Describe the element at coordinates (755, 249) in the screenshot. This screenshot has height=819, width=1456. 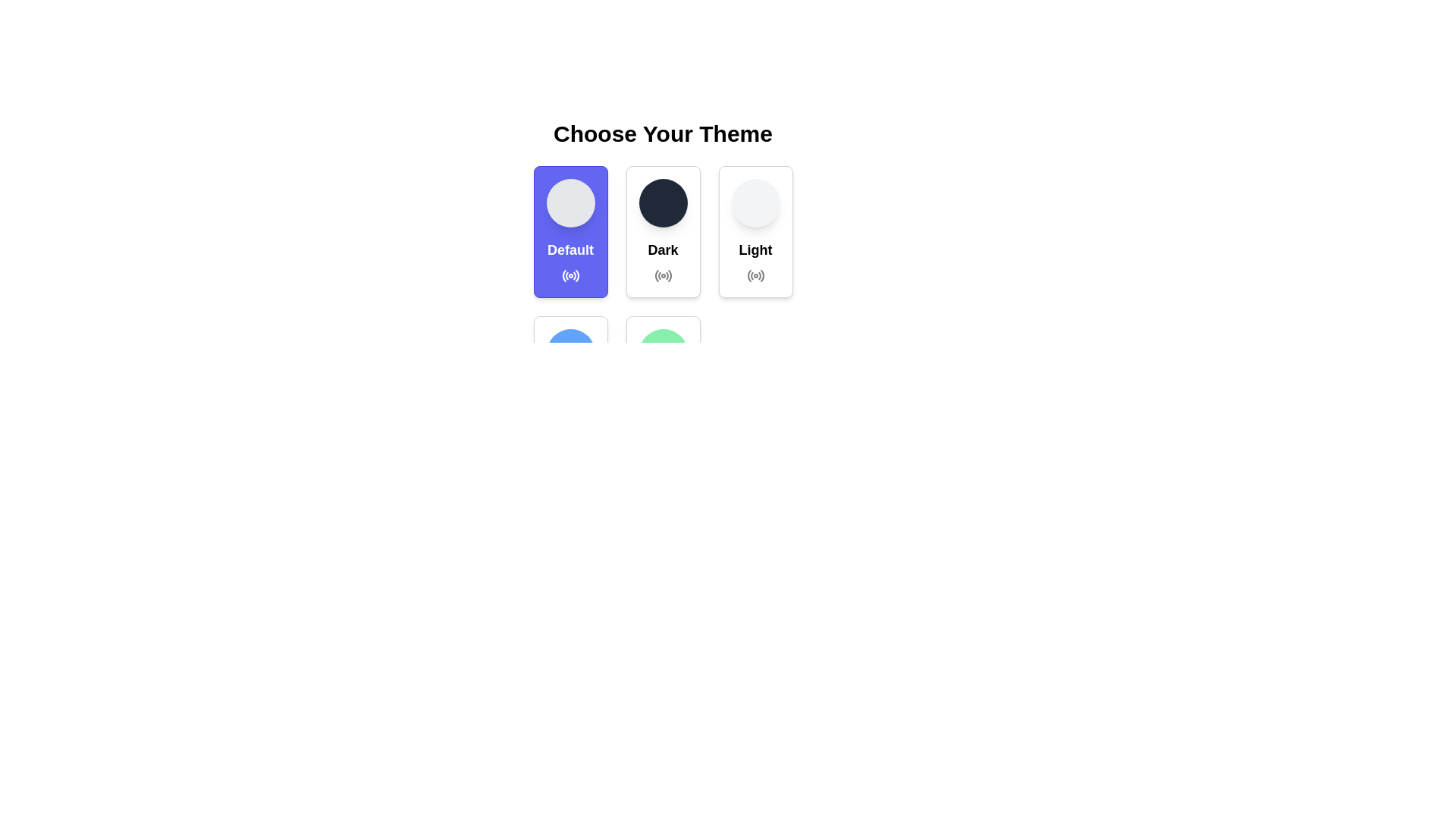
I see `the 'Light' theme option text label located in the third card of the top row in the theme selection grid` at that location.